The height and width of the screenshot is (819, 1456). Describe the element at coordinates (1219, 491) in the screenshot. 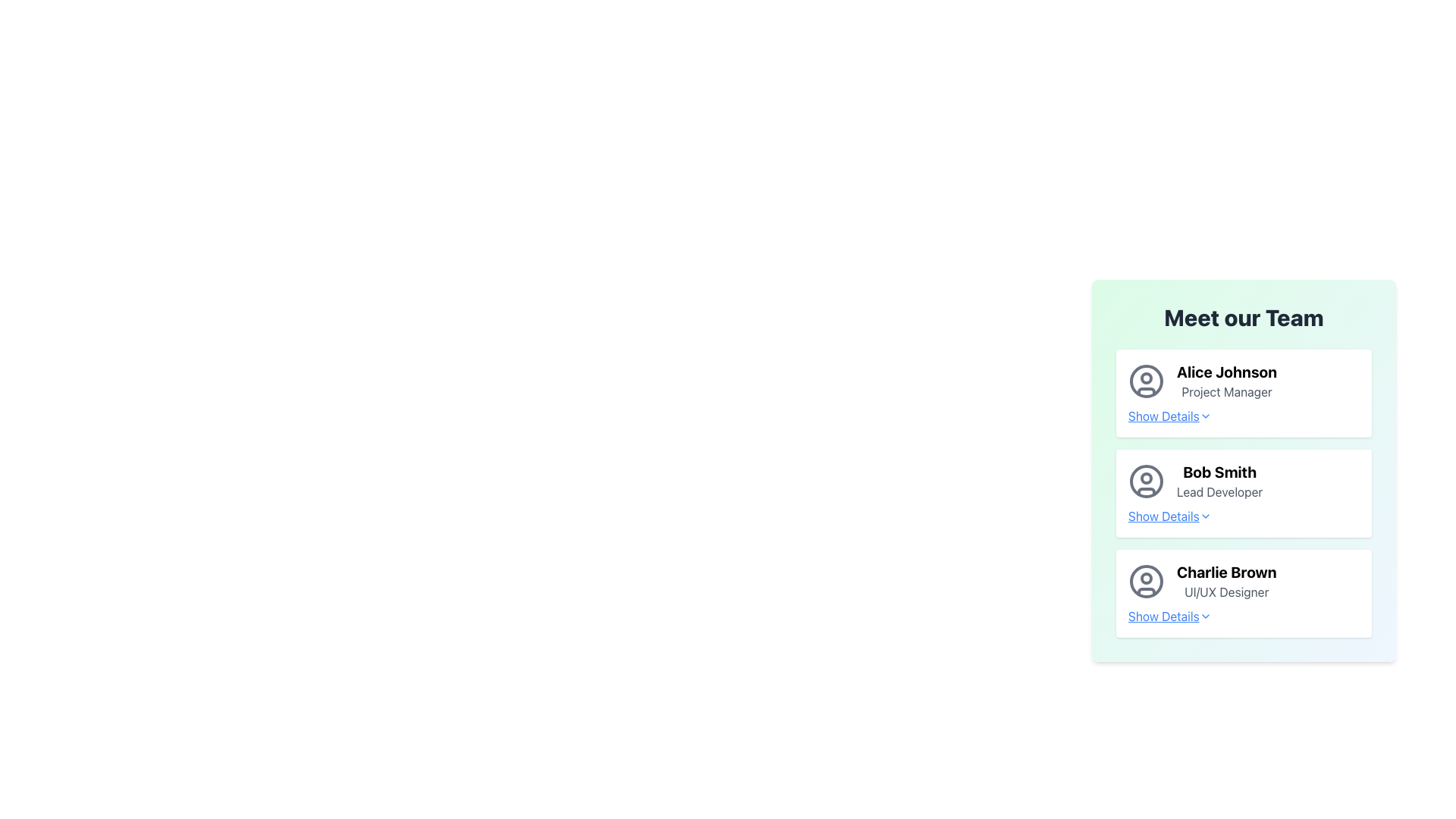

I see `the text element that reads 'Lead Developer', which is styled in medium gray sans-serif font` at that location.